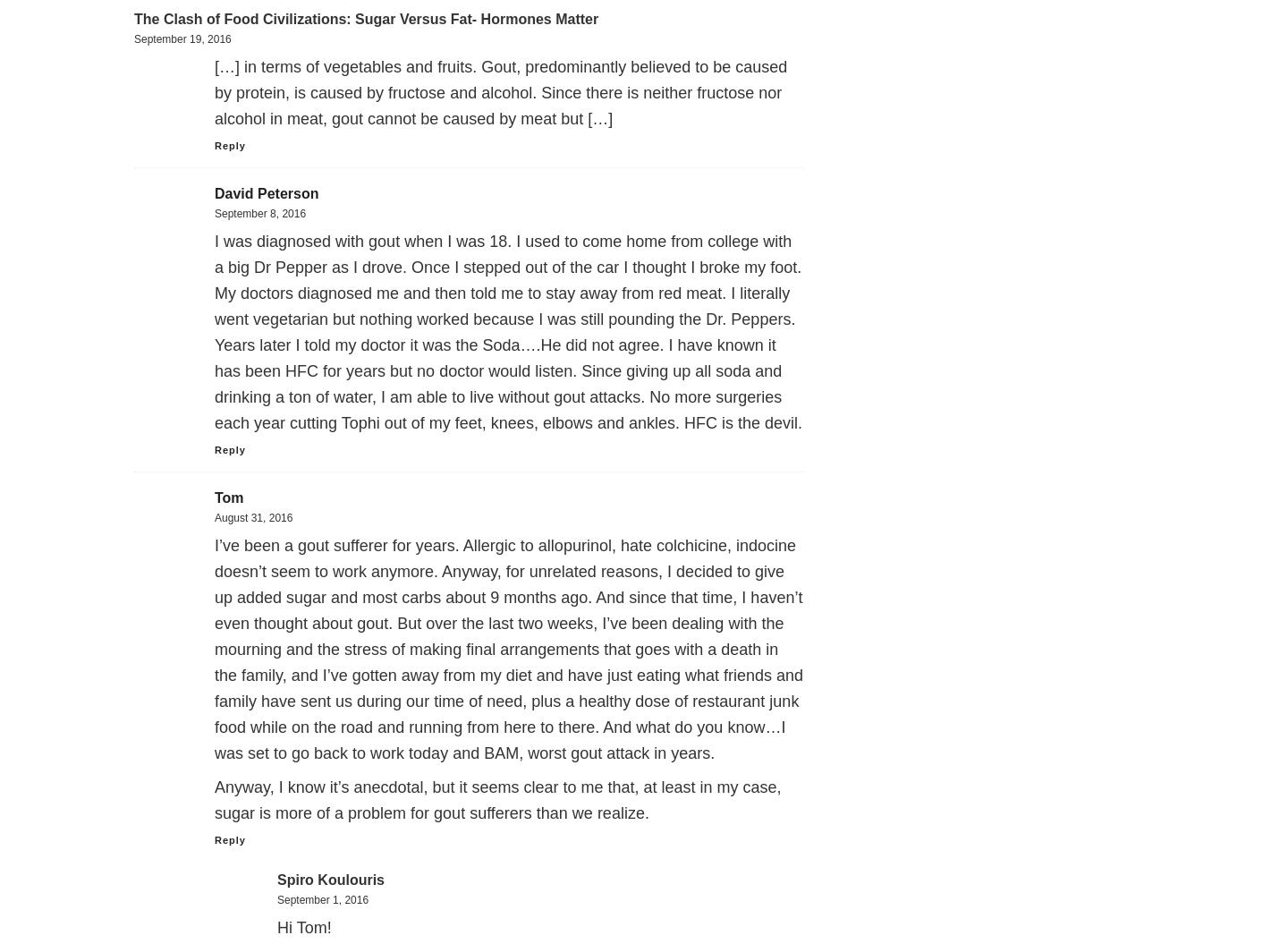 Image resolution: width=1288 pixels, height=944 pixels. What do you see at coordinates (508, 650) in the screenshot?
I see `'I’ve been a gout sufferer for years.  Allergic to allopurinol, hate colchicine, indocine doesn’t seem to work anymore.  Anyway, for unrelated reasons, I decided to give up added sugar and most carbs about 9 months ago. And since that time, I haven’t even thought about gout.  But over the last two weeks, I’ve been dealing with the mourning and the stress of making final arrangements that goes with a death in the family, and I’ve gotten away from my diet and have just eating what friends and family have sent us during our time of need, plus a healthy dose of restaurant junk food while on the road and running from here to there.  And what do you know…I was set to go back to work today and BAM, worst gout attack in years.'` at bounding box center [508, 650].